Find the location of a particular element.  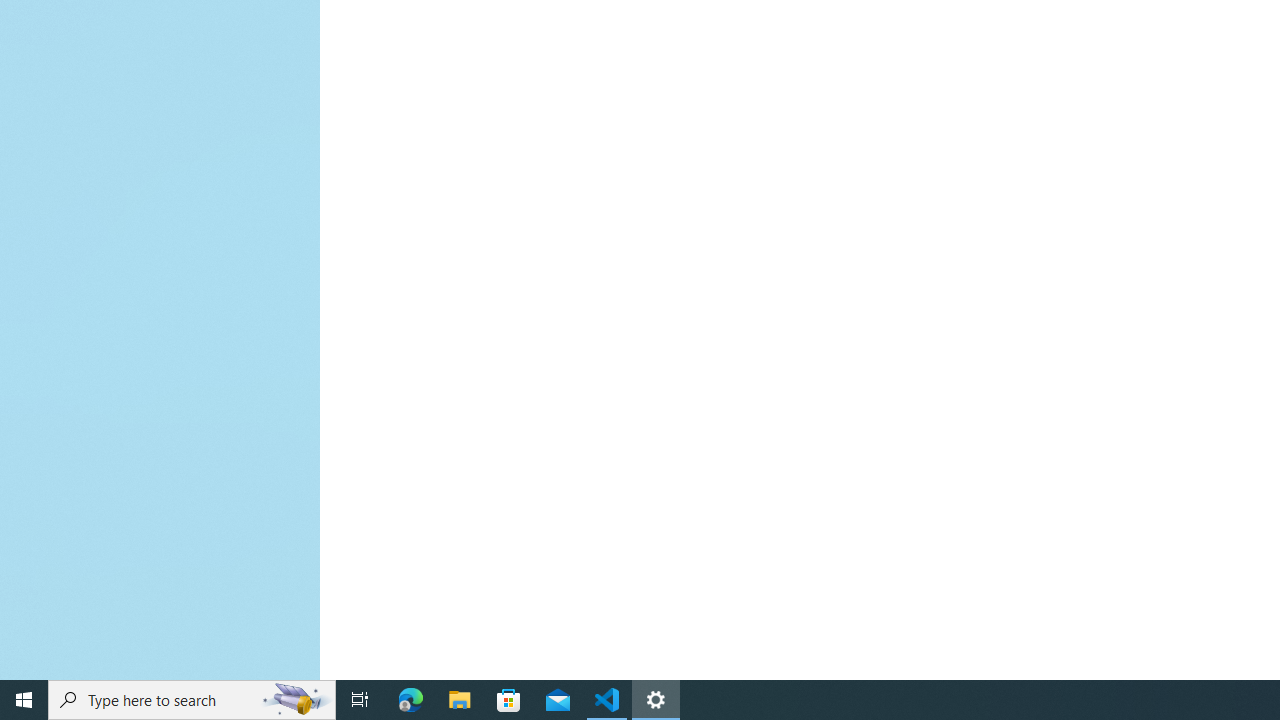

'Microsoft Store' is located at coordinates (509, 698).